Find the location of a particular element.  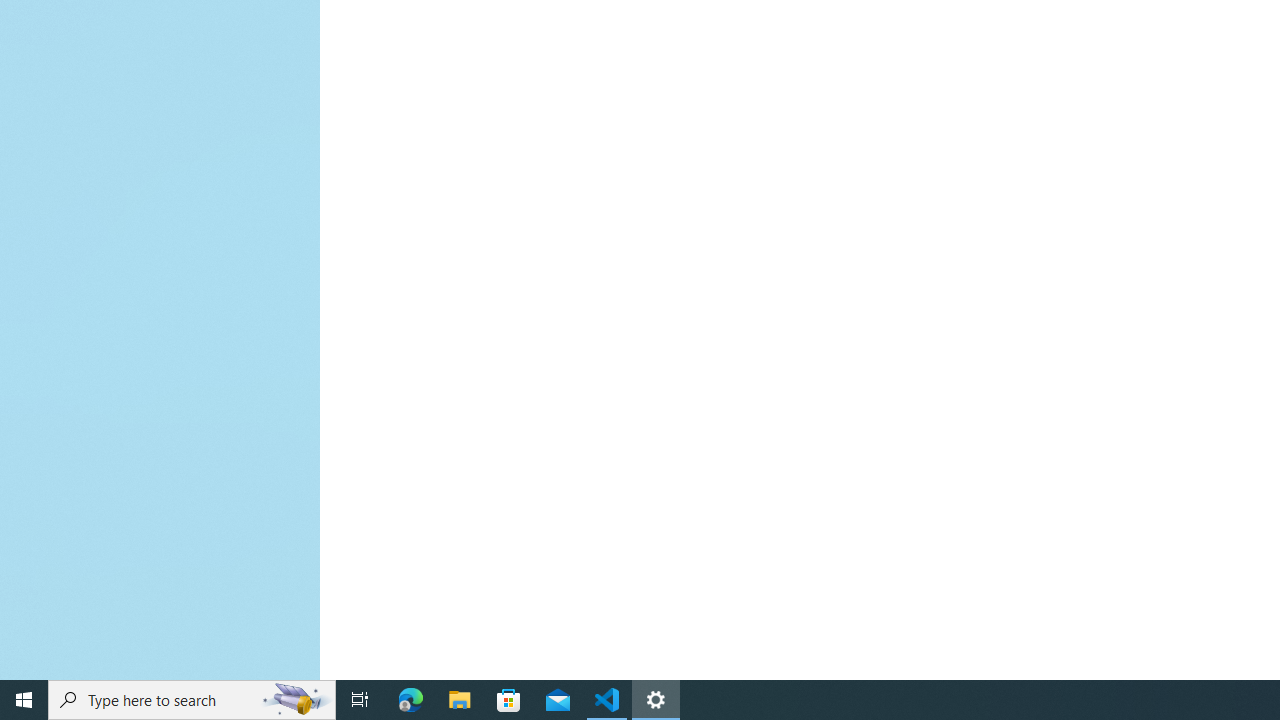

'Microsoft Store' is located at coordinates (509, 698).